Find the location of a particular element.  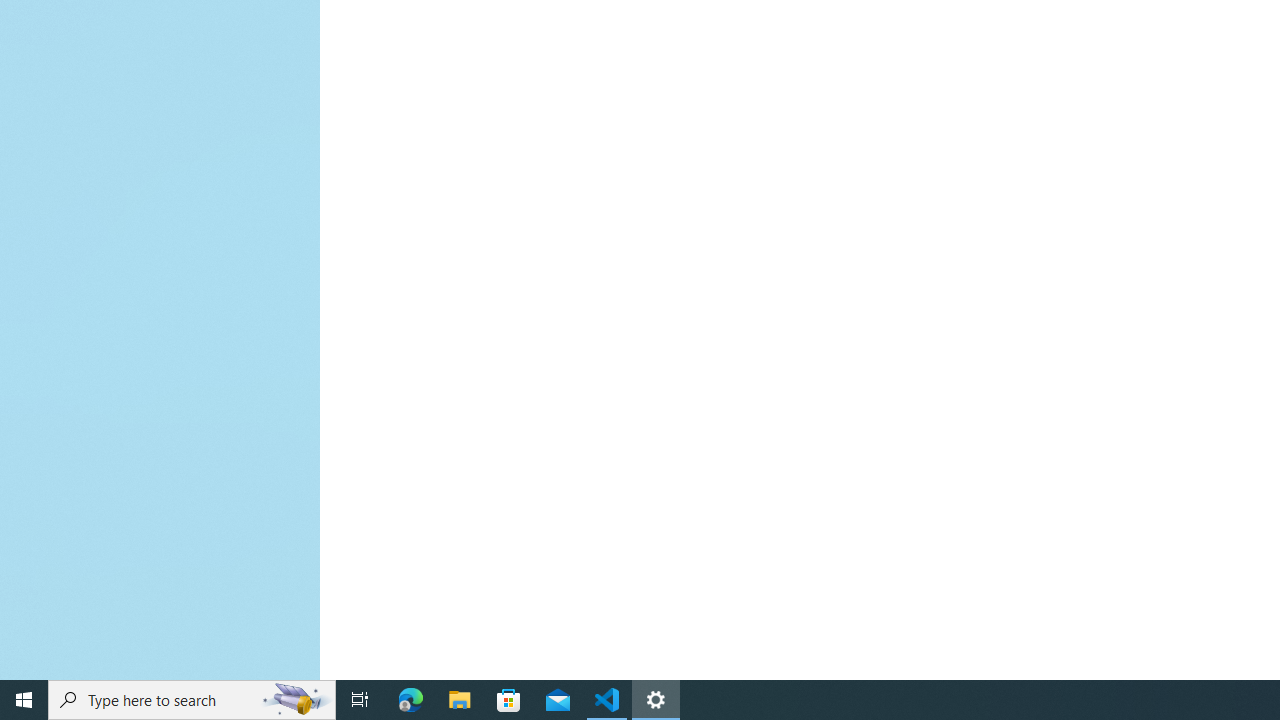

'Microsoft Store' is located at coordinates (509, 698).